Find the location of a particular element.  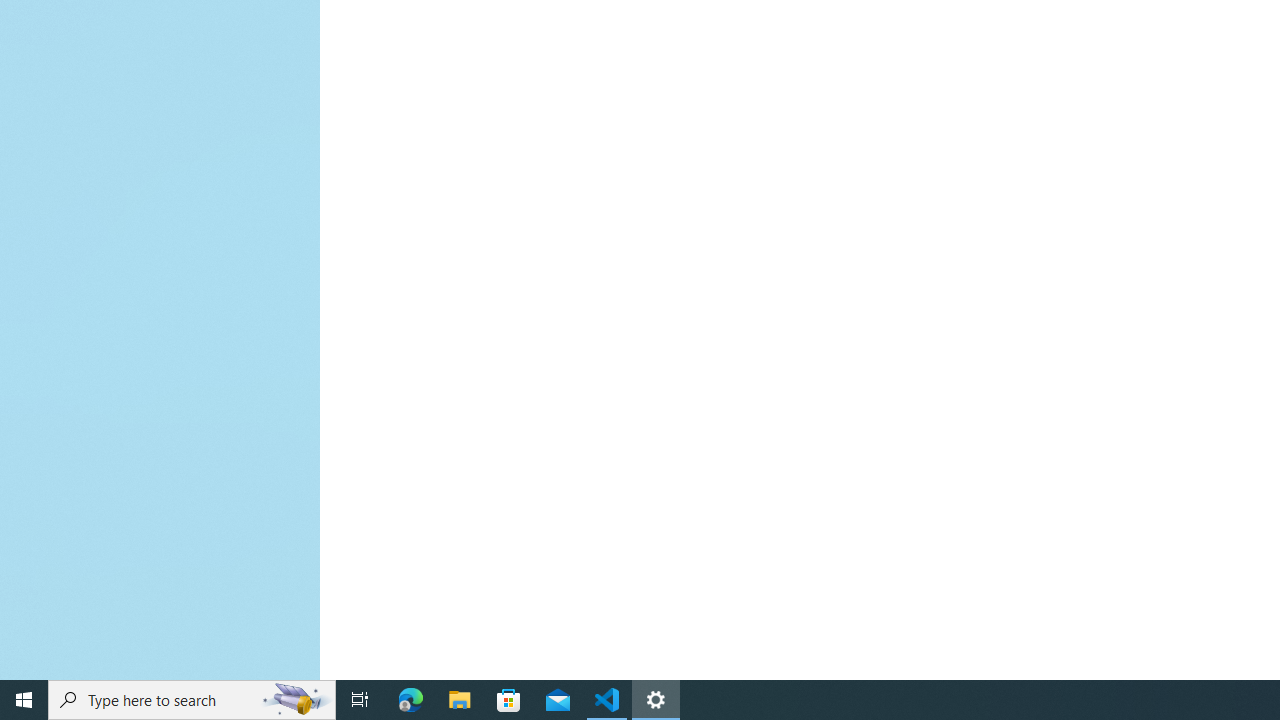

'Microsoft Store' is located at coordinates (509, 698).